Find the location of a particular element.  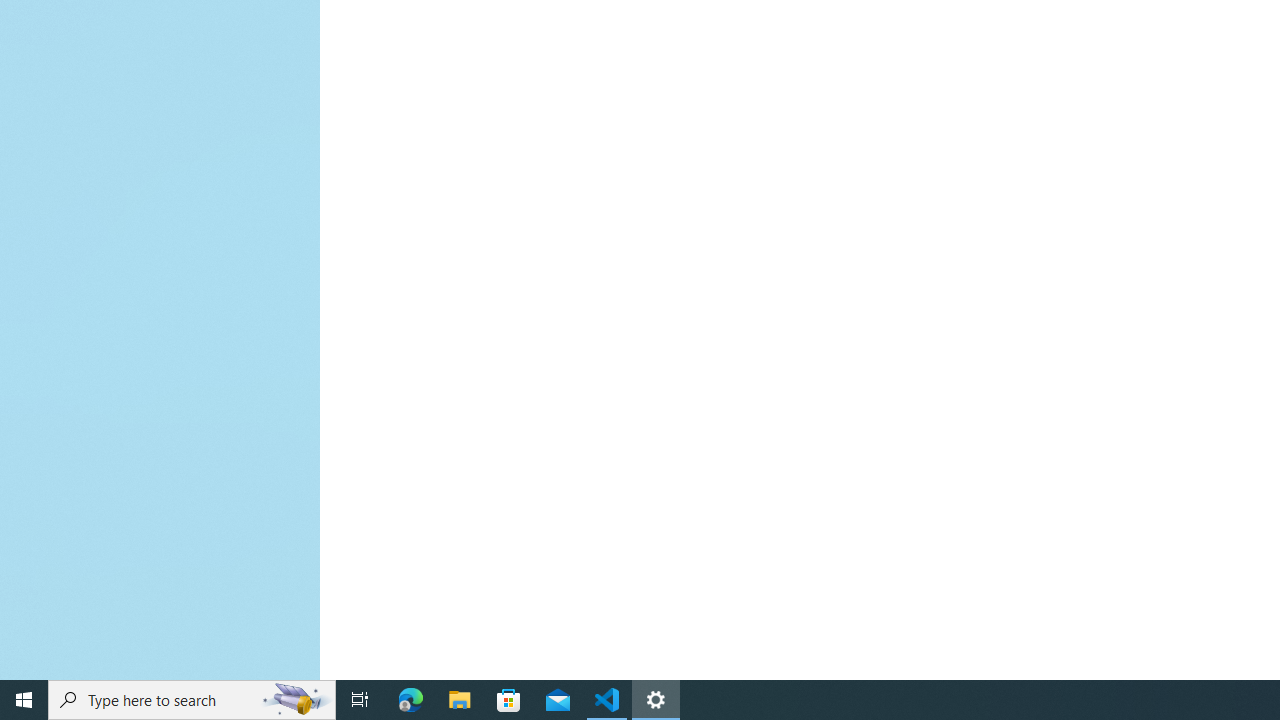

'Microsoft Store' is located at coordinates (509, 698).